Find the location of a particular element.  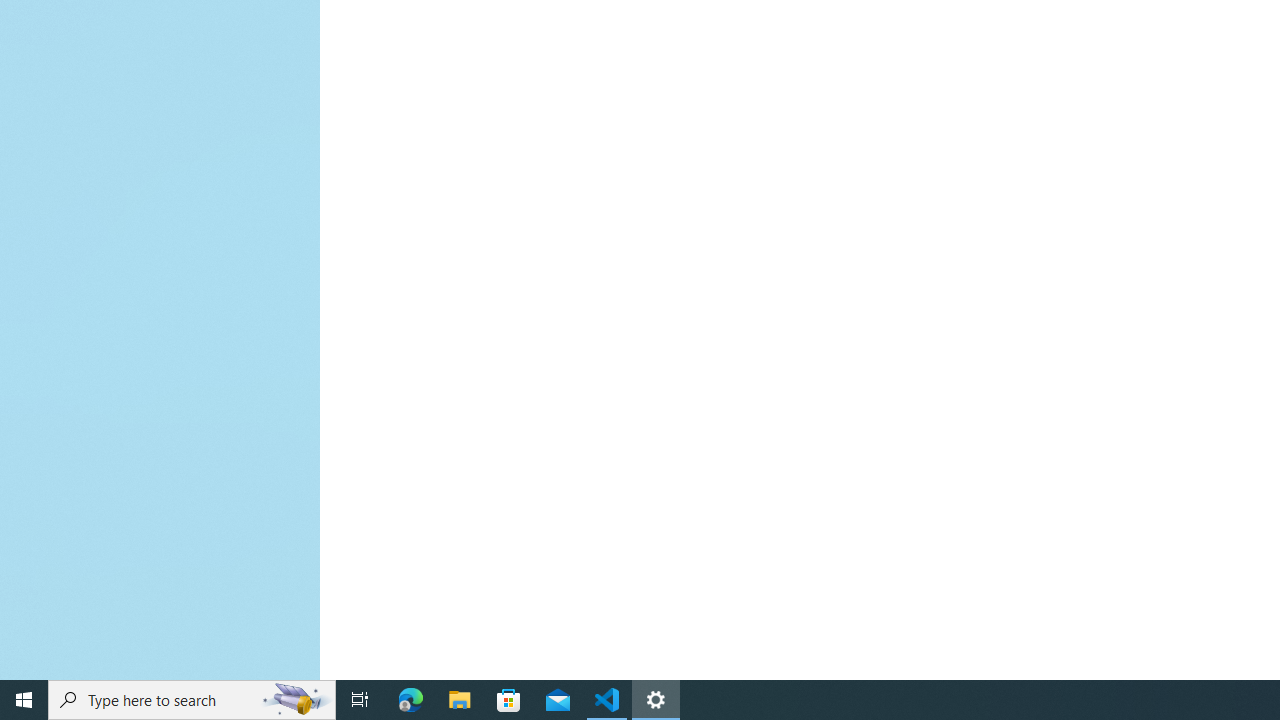

'Microsoft Store' is located at coordinates (509, 698).